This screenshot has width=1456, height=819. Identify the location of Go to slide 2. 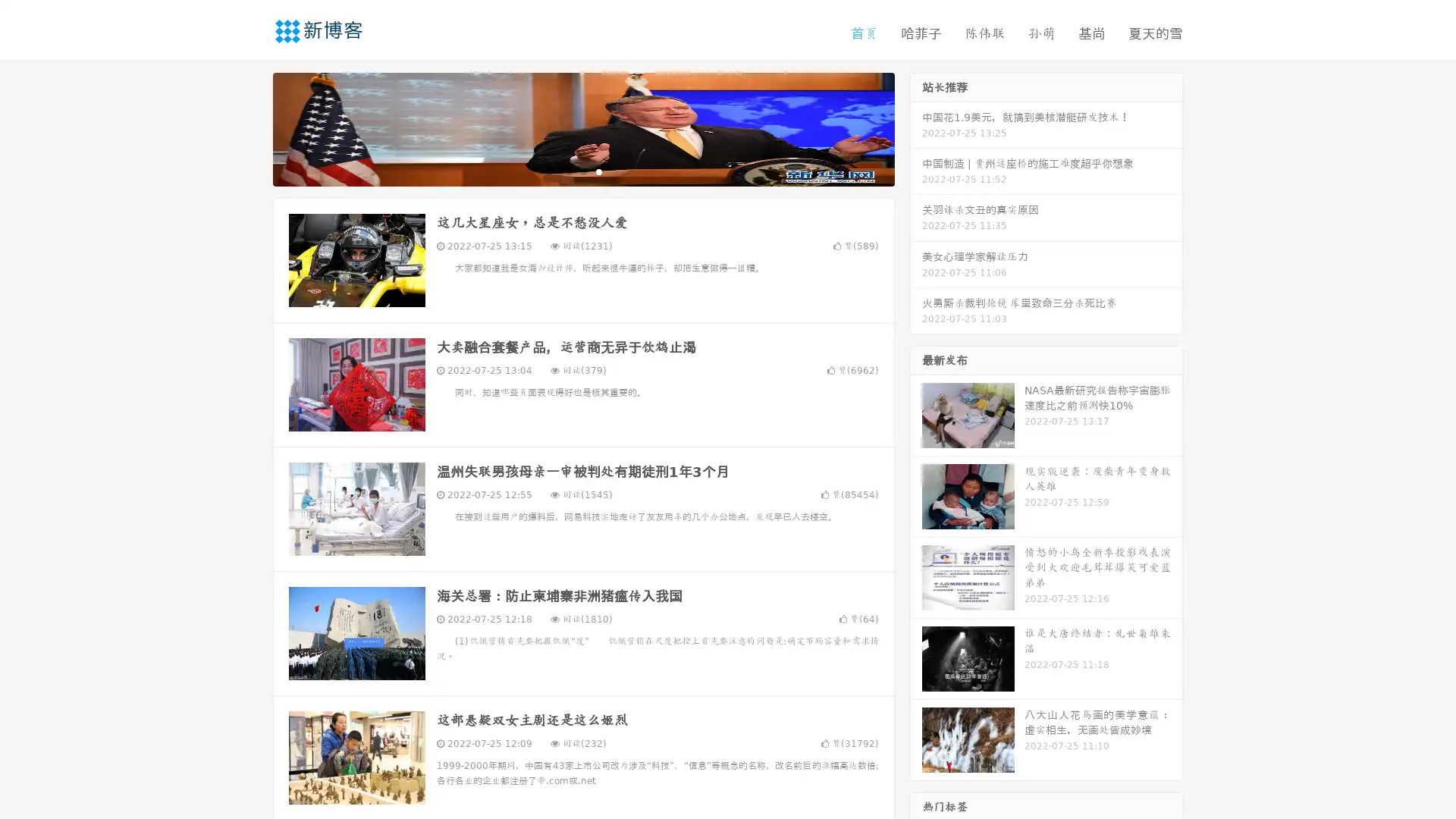
(582, 171).